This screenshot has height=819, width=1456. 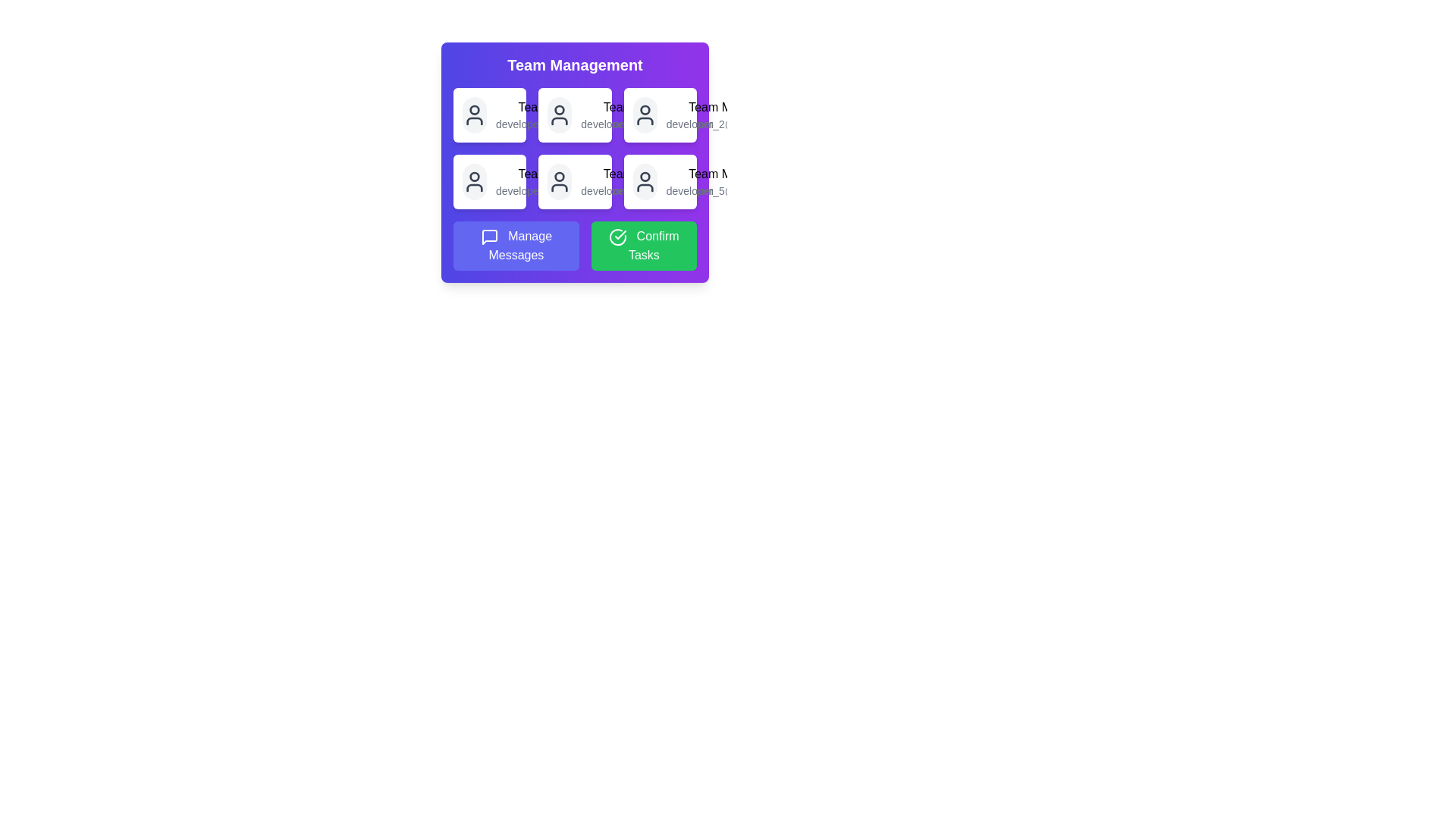 I want to click on the user avatar icon situated in the fourth position of the six-item grid under the 'Team Management' heading to interact with it, so click(x=645, y=180).